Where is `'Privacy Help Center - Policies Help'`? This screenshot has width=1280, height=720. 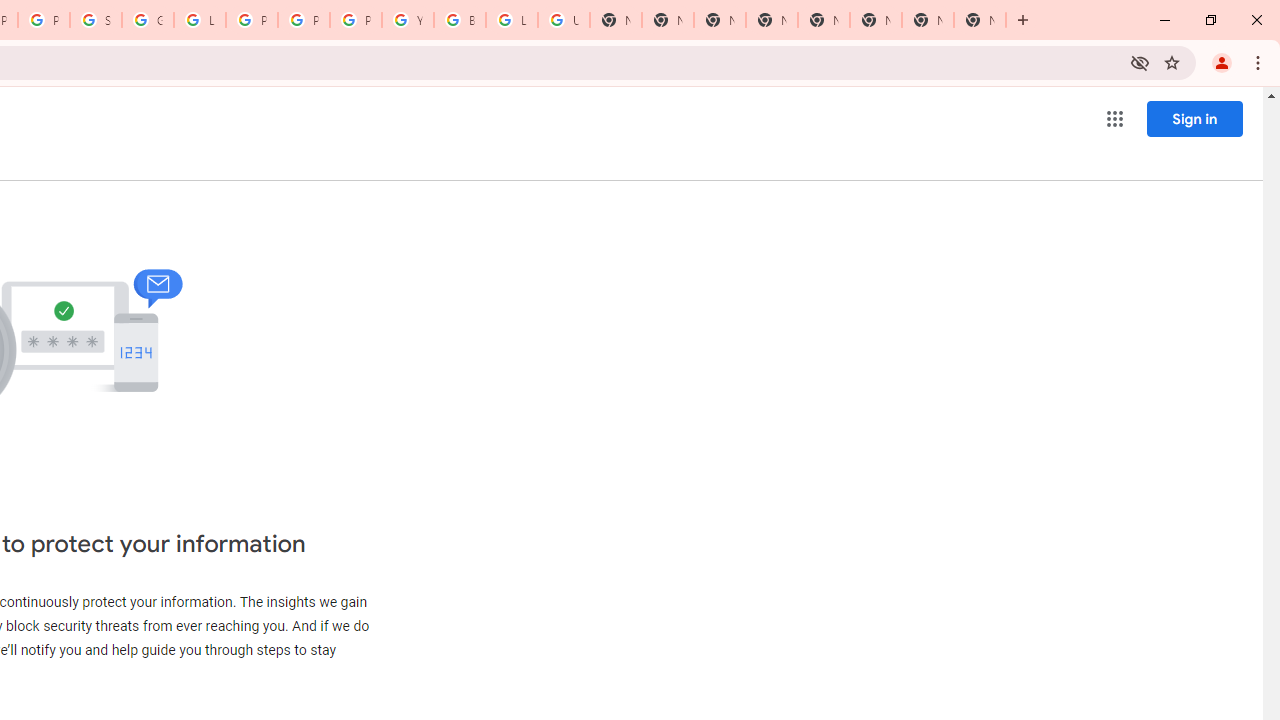 'Privacy Help Center - Policies Help' is located at coordinates (251, 20).